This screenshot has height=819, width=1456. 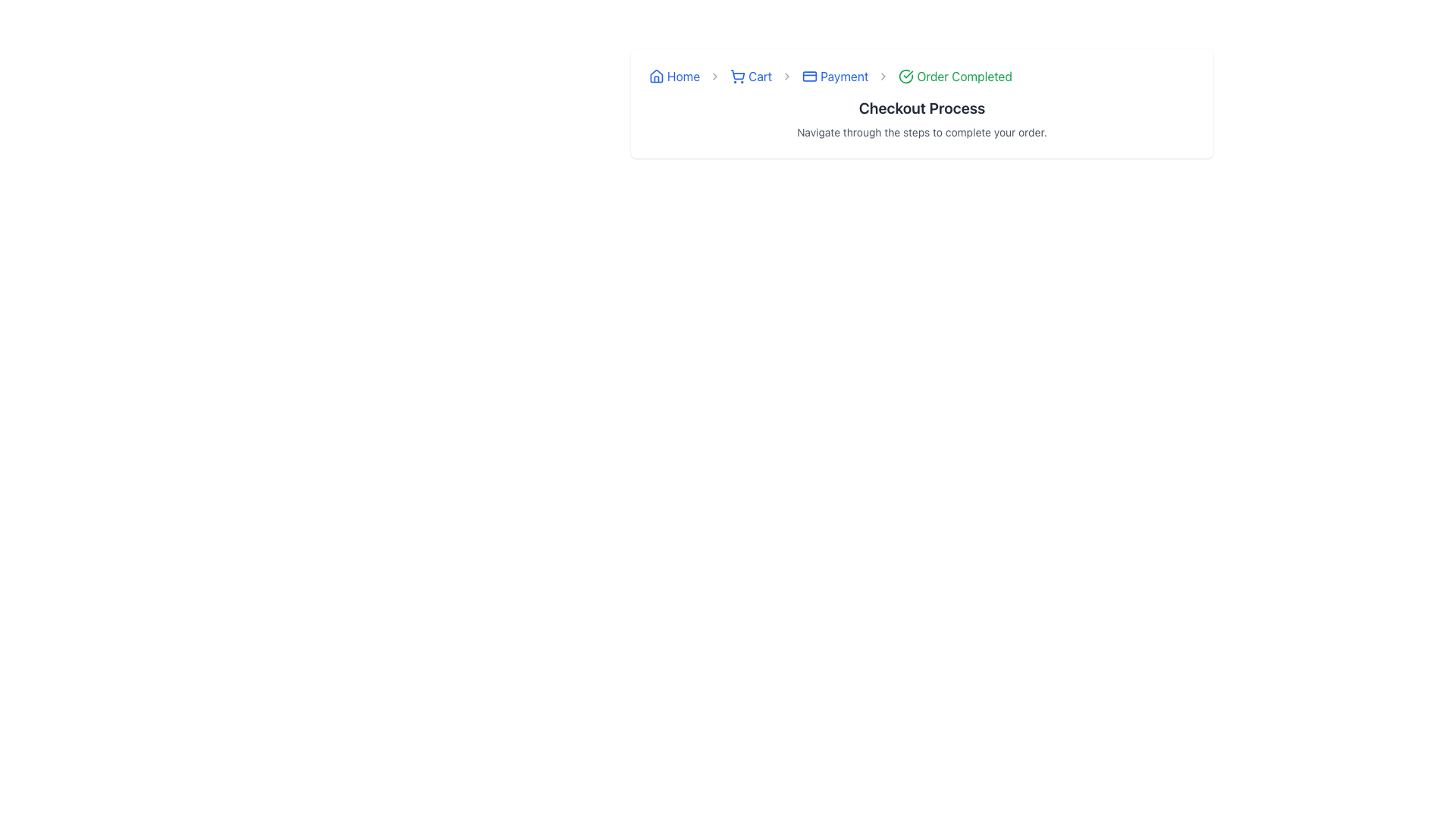 What do you see at coordinates (955, 76) in the screenshot?
I see `text of the Indicator displaying 'Order Completed' with a green checkmark icon, located at the top-right of the interface` at bounding box center [955, 76].